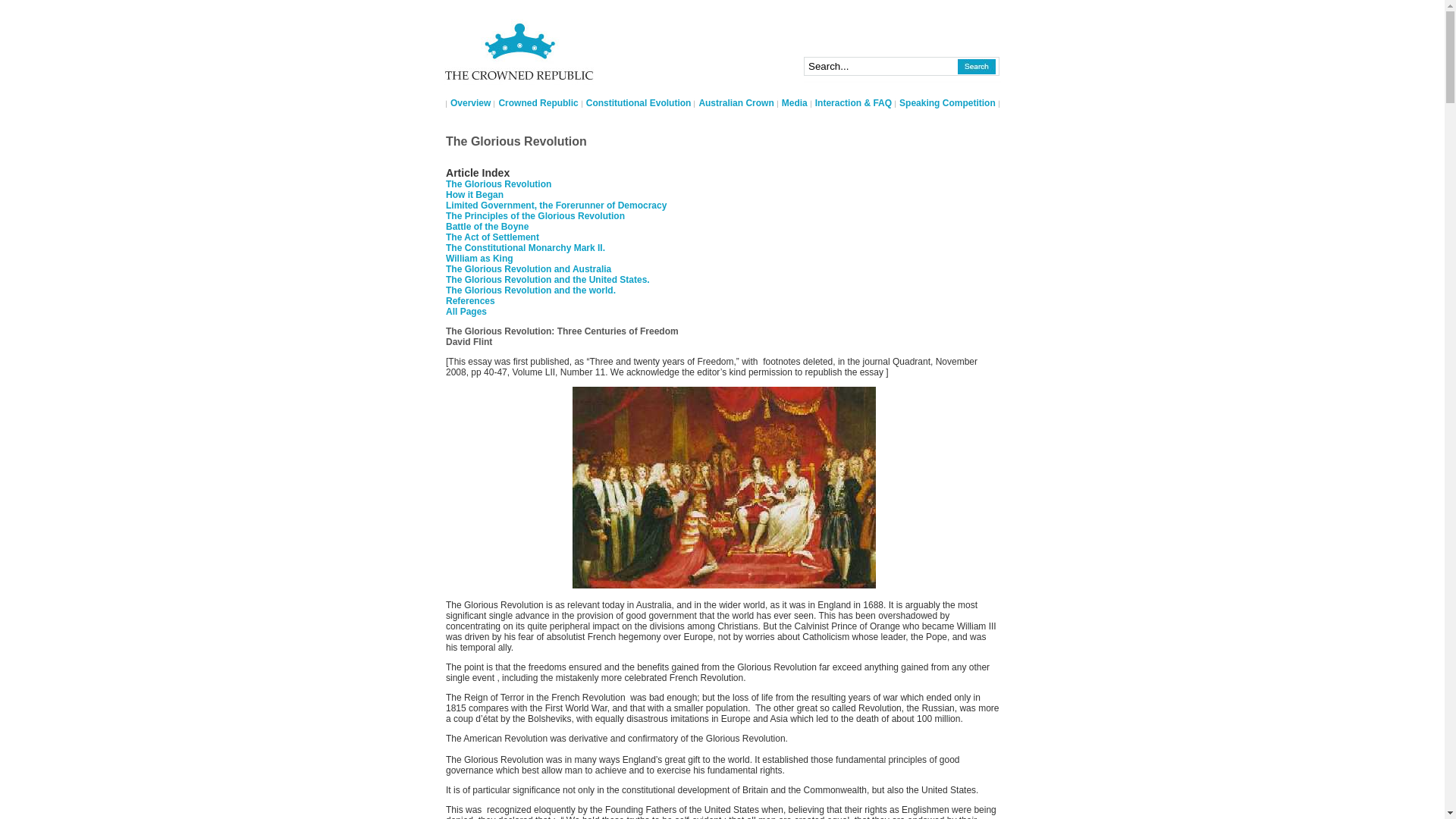 This screenshot has width=1456, height=819. What do you see at coordinates (531, 290) in the screenshot?
I see `'The Glorious Revolution and the world.'` at bounding box center [531, 290].